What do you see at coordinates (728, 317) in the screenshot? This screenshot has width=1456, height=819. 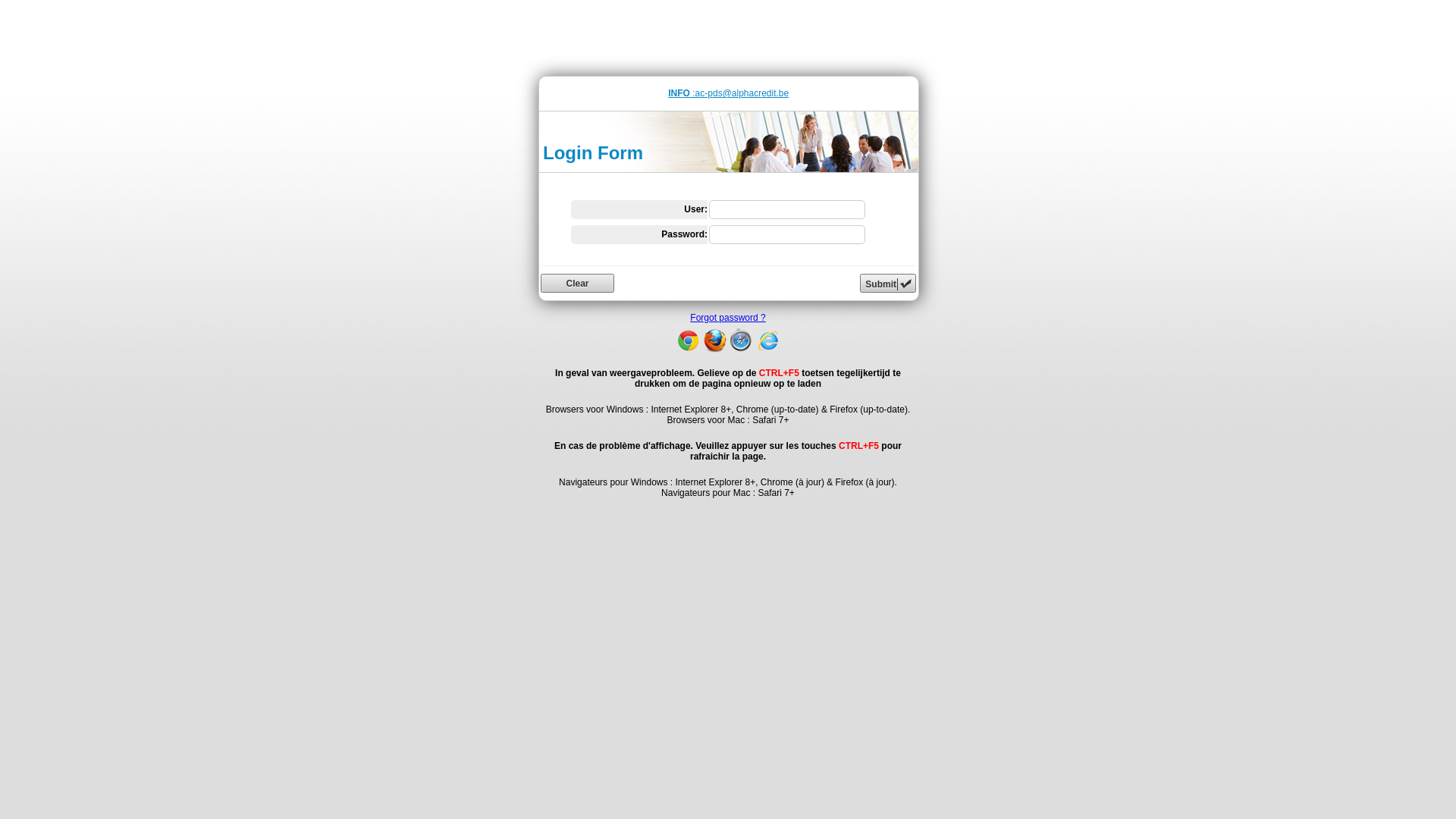 I see `'Forgot password ?'` at bounding box center [728, 317].